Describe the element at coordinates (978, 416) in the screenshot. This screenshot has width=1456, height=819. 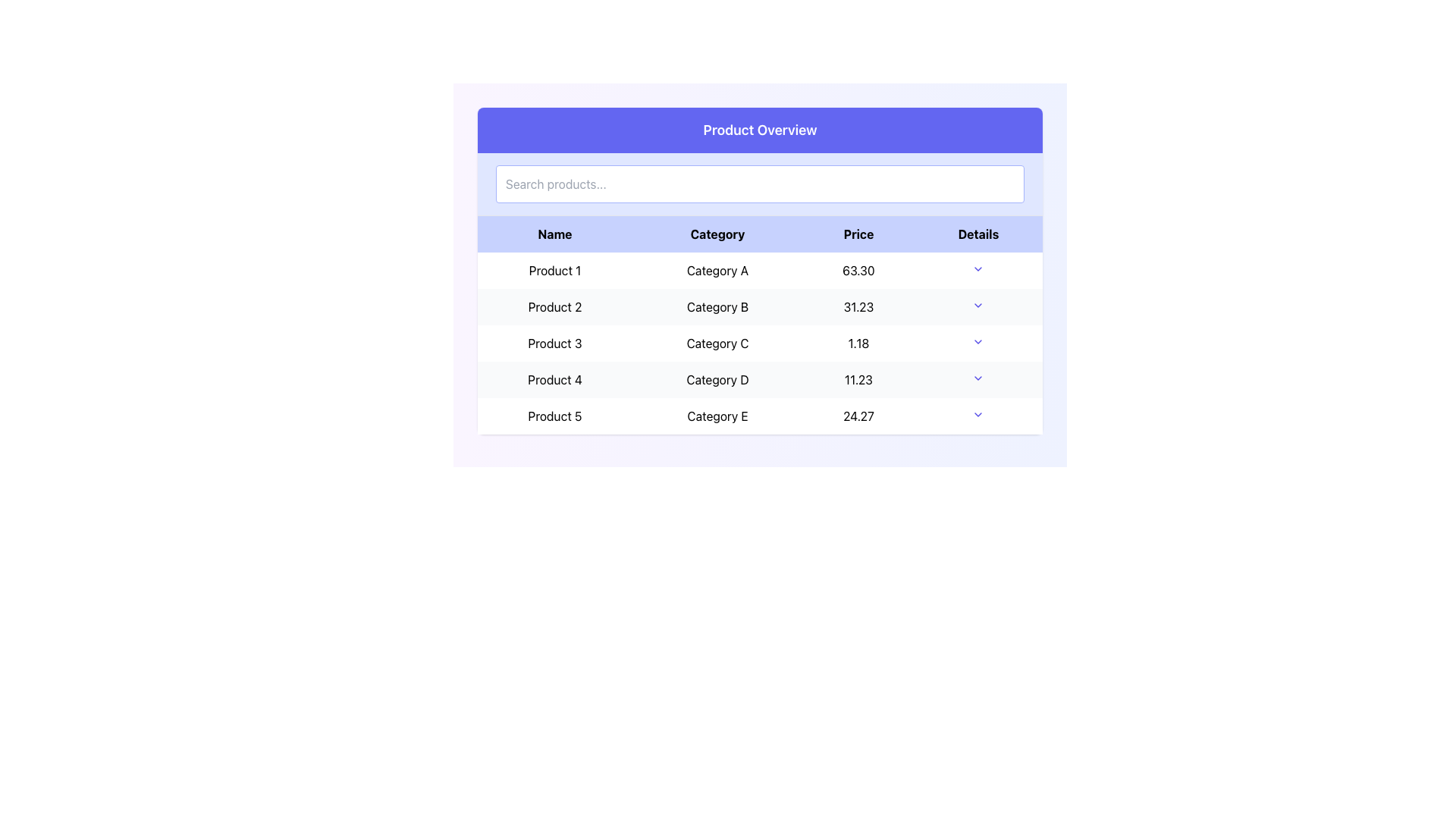
I see `the small indigo downward-pointing arrow icon located at the end of the row for 'Product 5' in the 'Details' column` at that location.